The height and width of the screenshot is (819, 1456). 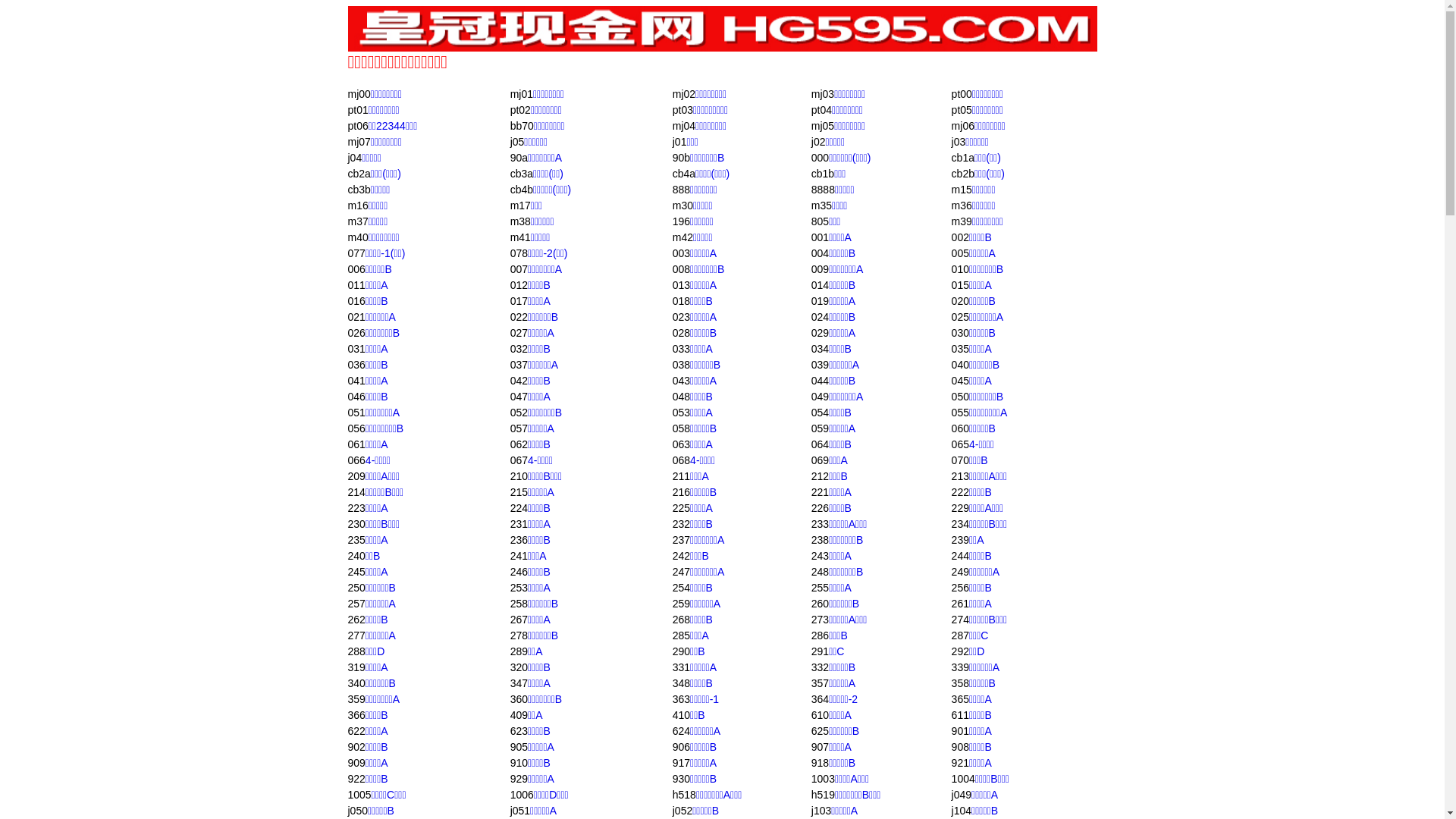 What do you see at coordinates (519, 602) in the screenshot?
I see `'258'` at bounding box center [519, 602].